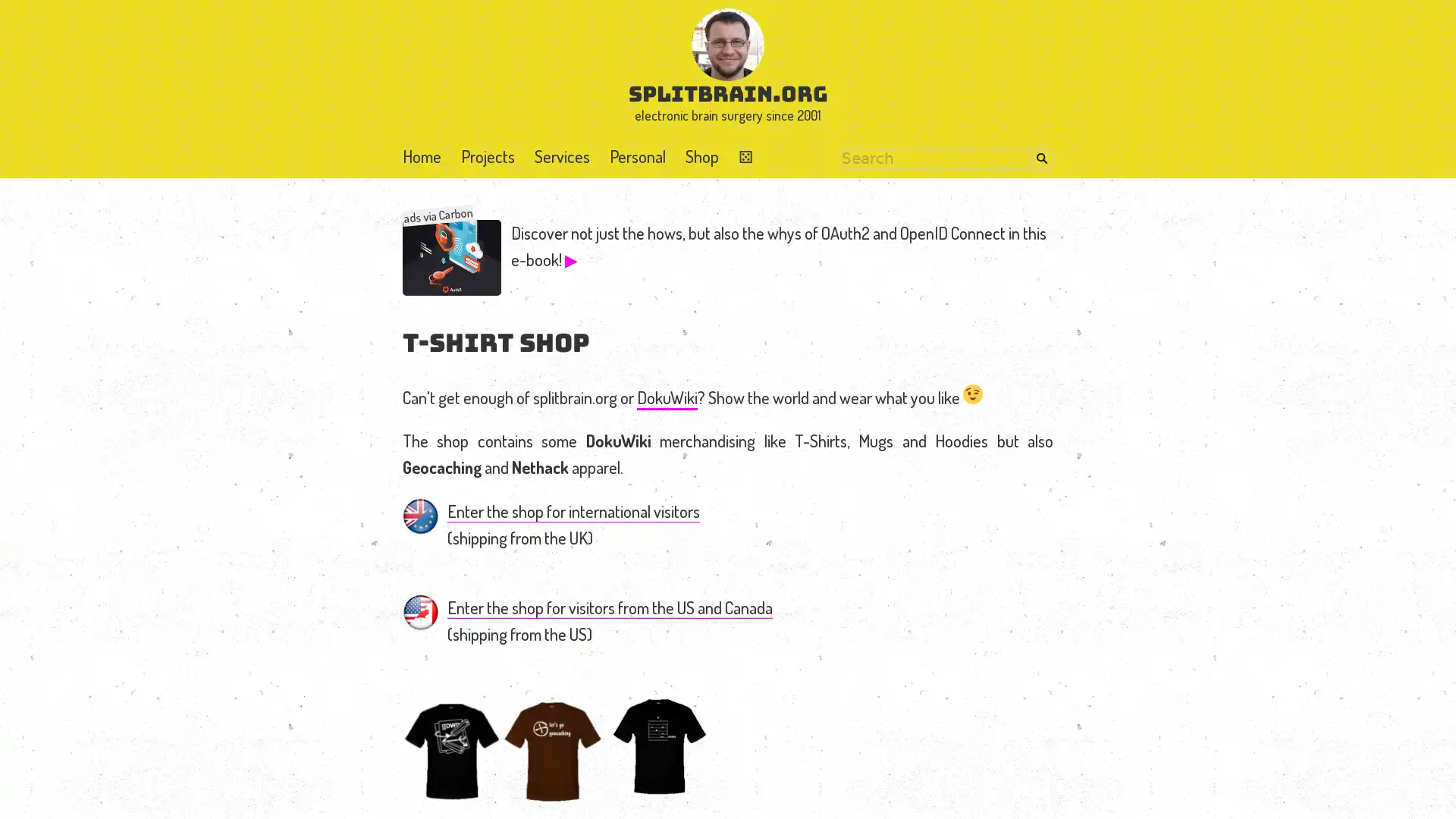 The image size is (1456, 819). I want to click on Search, so click(1041, 158).